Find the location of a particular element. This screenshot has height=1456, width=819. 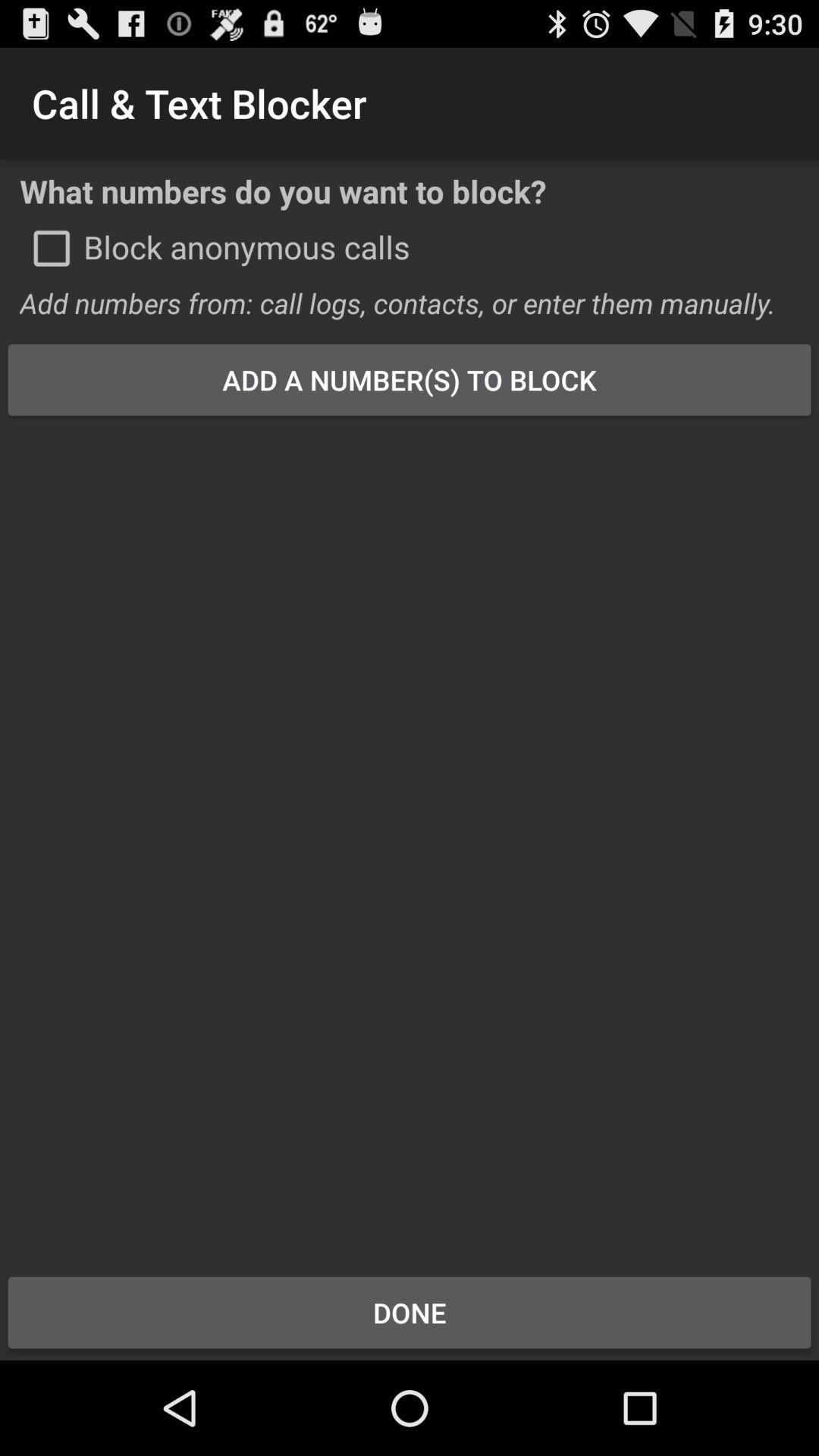

item at the center is located at coordinates (409, 835).